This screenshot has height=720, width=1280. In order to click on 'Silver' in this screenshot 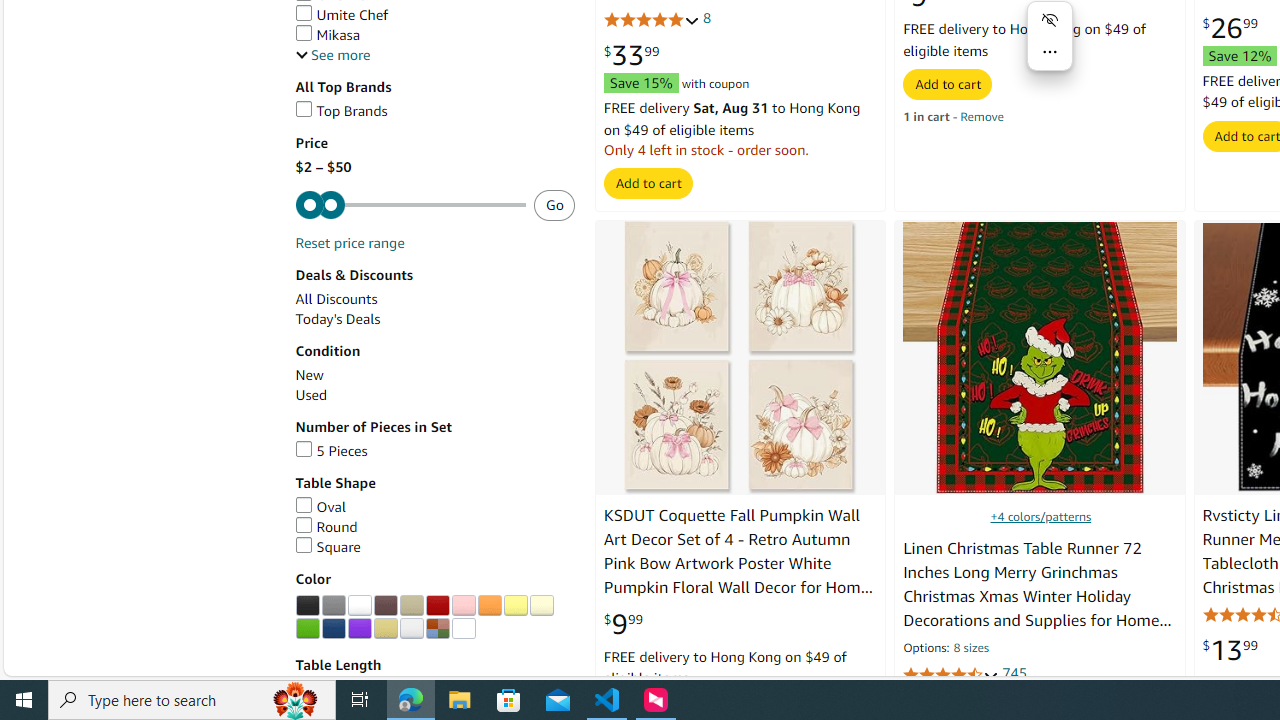, I will do `click(410, 627)`.